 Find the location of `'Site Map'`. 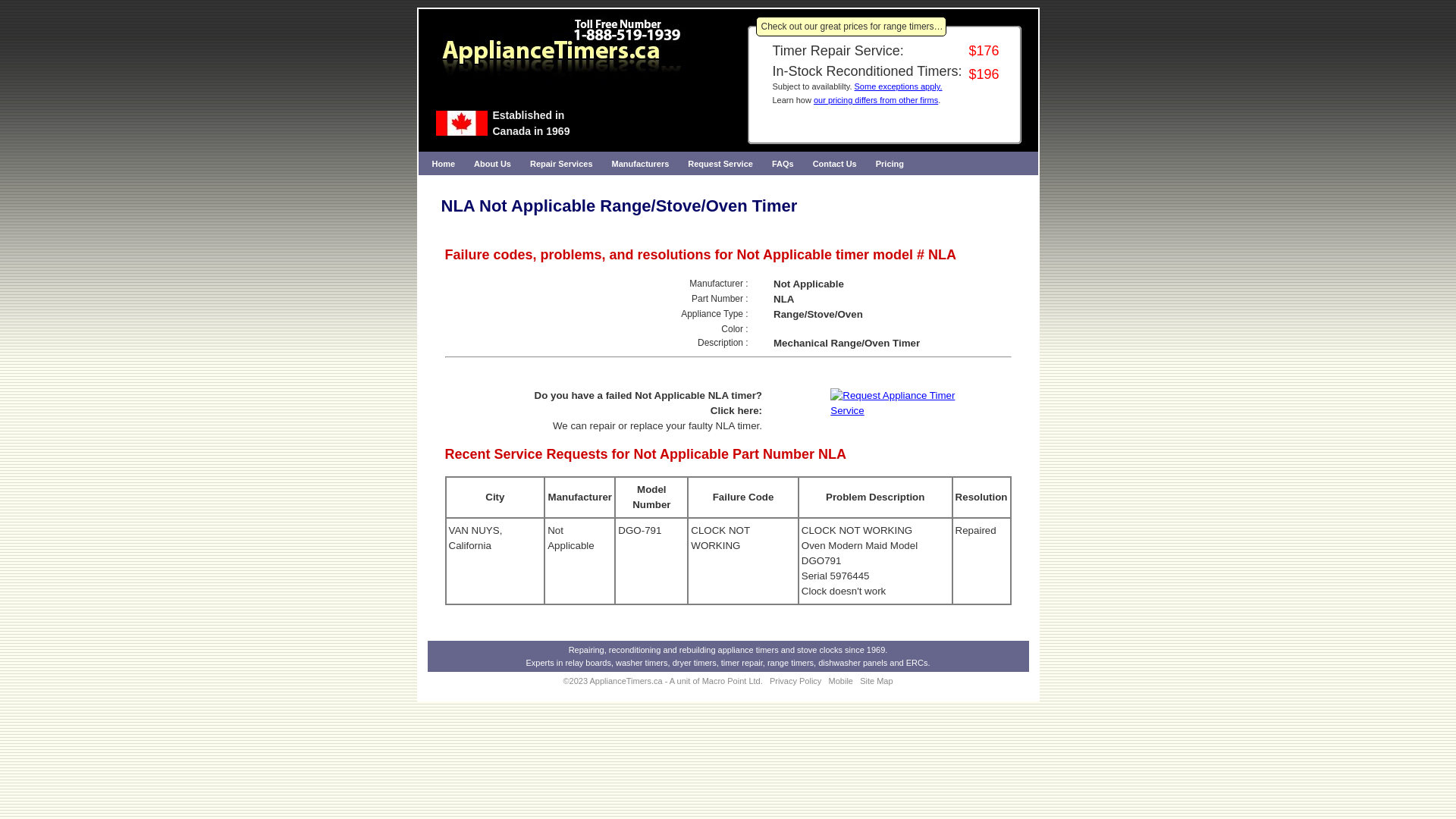

'Site Map' is located at coordinates (876, 680).